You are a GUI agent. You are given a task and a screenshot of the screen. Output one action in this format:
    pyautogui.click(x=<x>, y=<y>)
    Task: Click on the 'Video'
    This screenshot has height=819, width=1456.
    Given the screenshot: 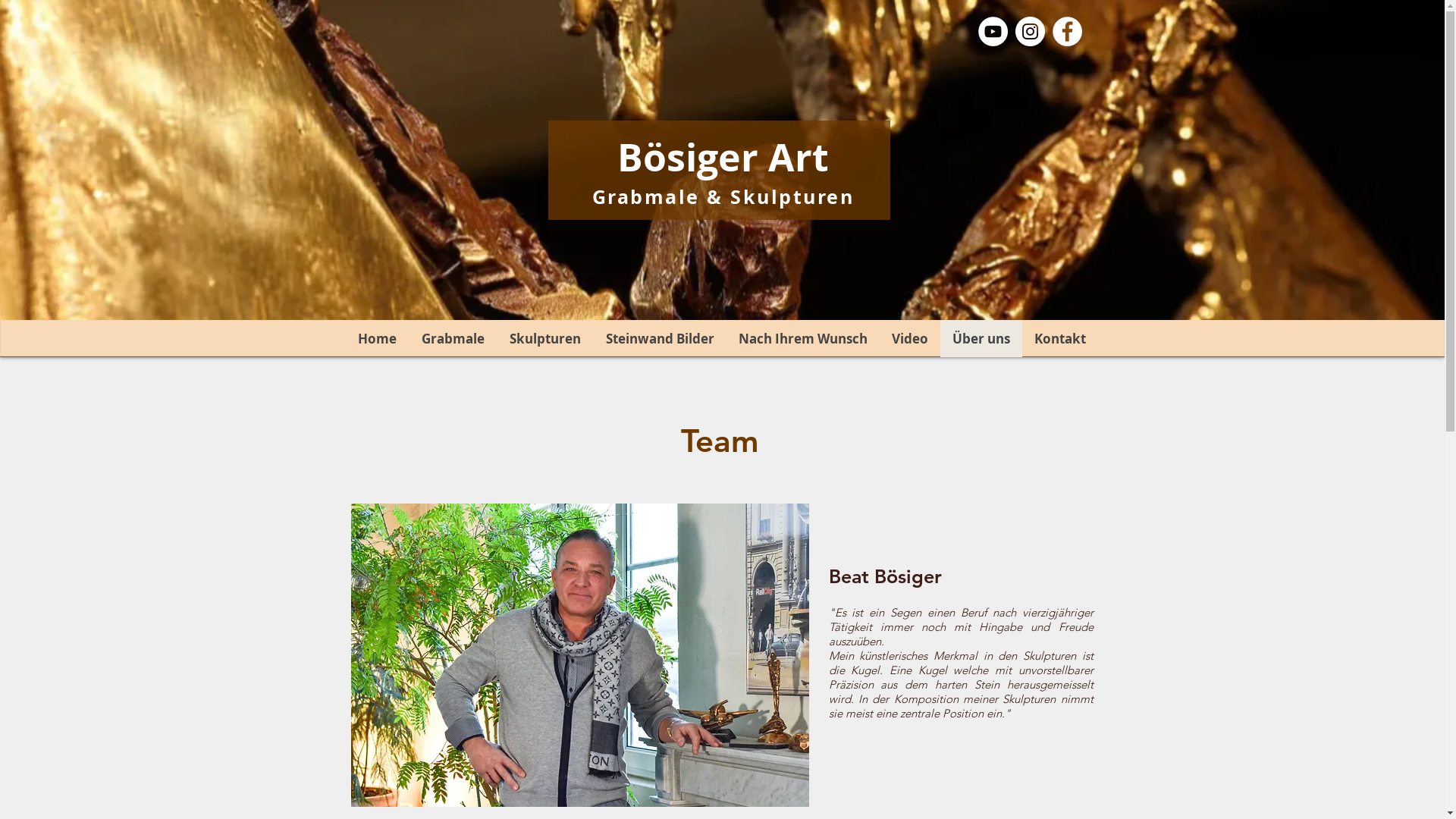 What is the action you would take?
    pyautogui.click(x=910, y=337)
    